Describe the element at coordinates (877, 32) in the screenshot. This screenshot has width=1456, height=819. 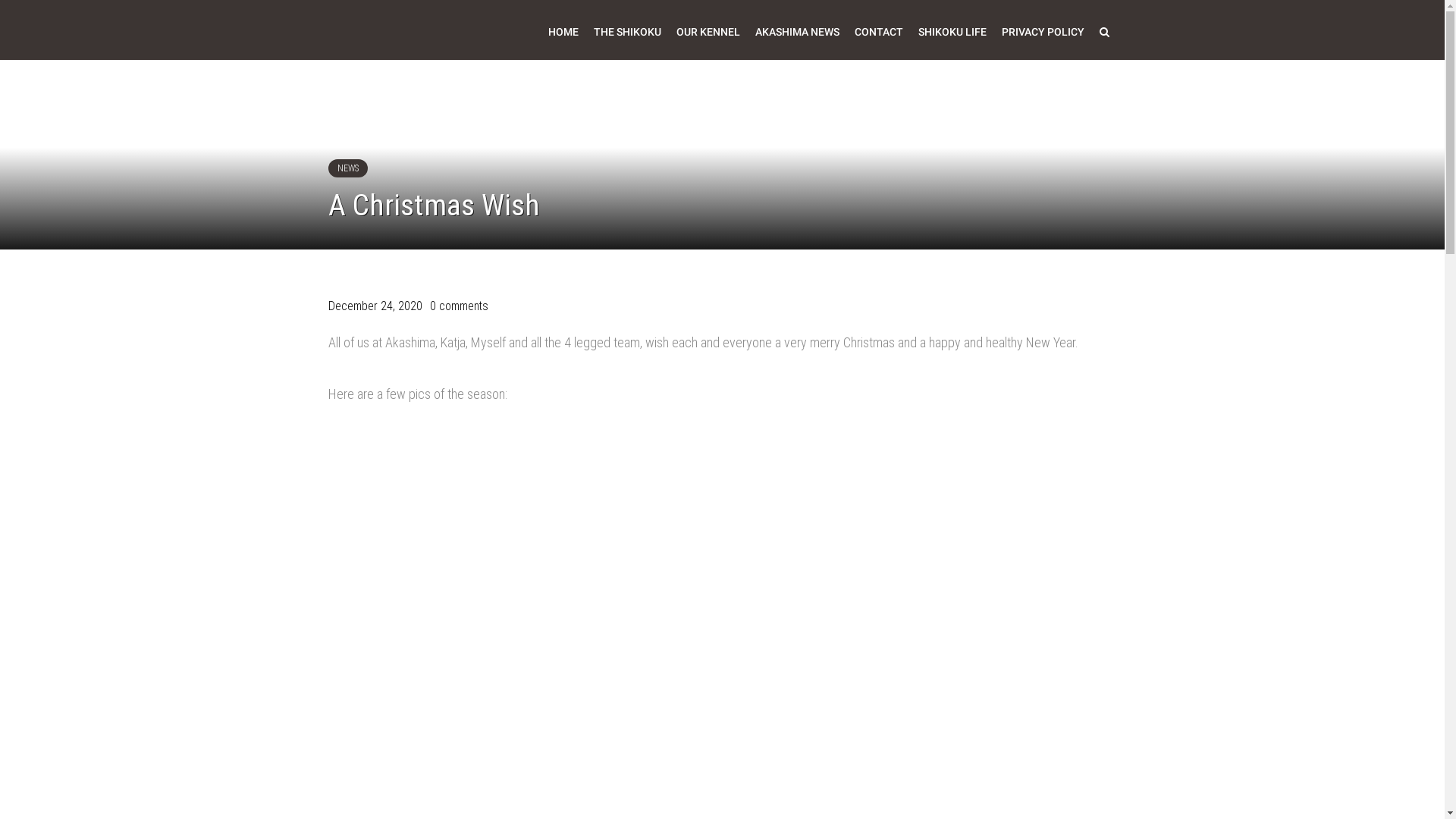
I see `'CONTACT'` at that location.